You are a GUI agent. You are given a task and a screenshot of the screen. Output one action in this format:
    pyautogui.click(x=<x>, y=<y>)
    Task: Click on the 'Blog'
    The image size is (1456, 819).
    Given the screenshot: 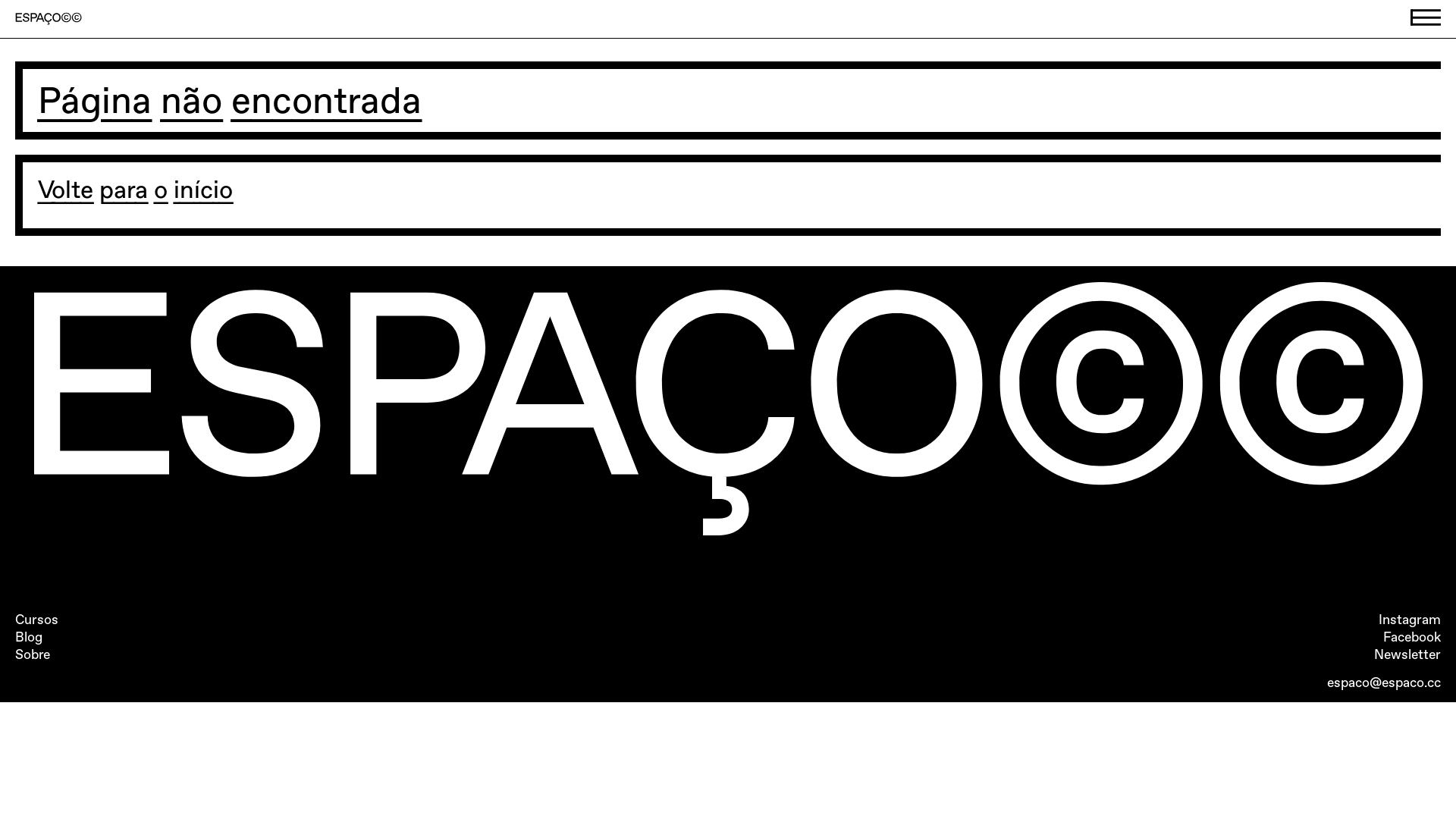 What is the action you would take?
    pyautogui.click(x=14, y=637)
    